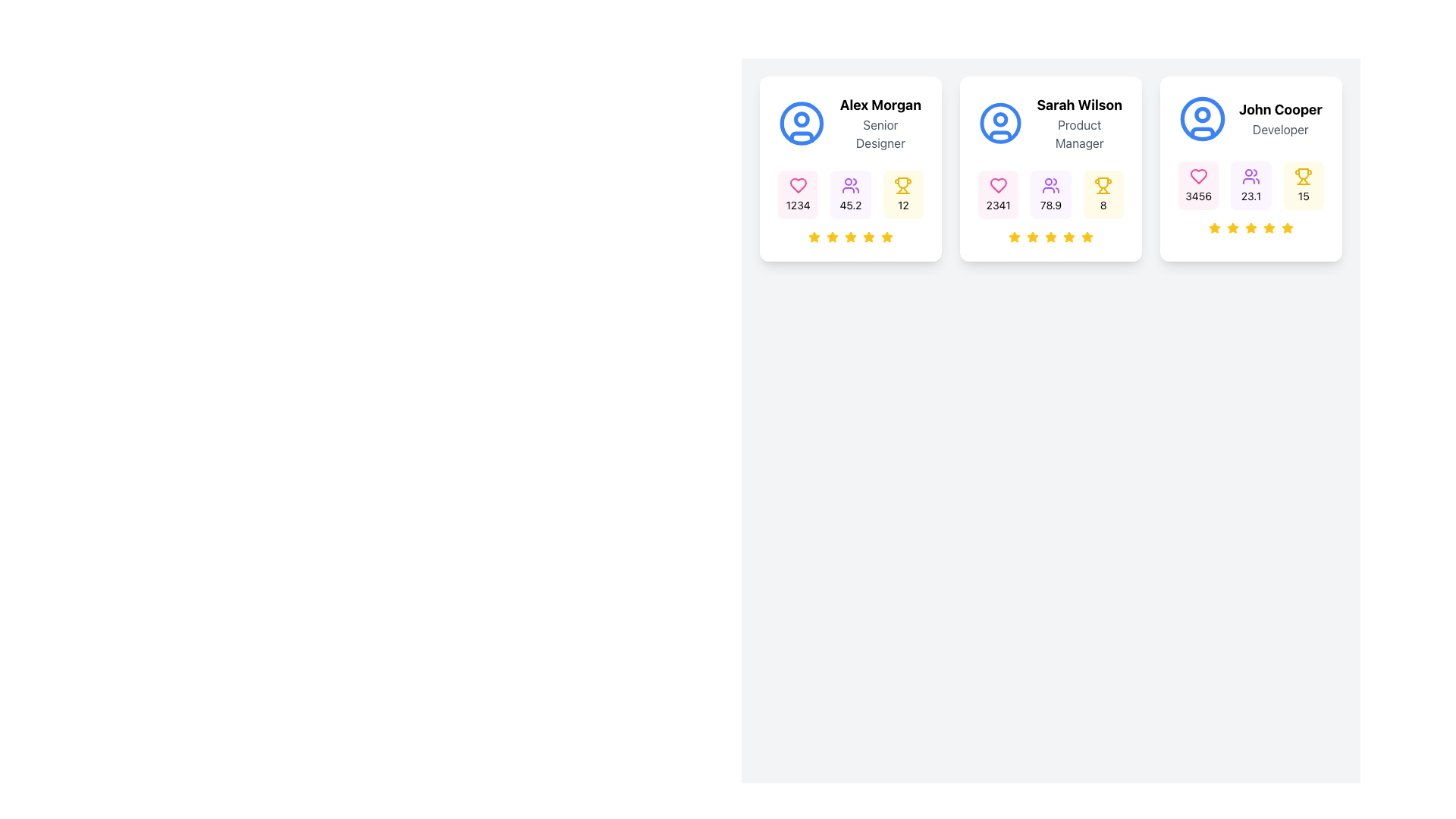 This screenshot has height=819, width=1456. I want to click on the text display showing the numeric value '1234' located beneath the pink heart icon in the first user card's statistical data, so click(797, 205).